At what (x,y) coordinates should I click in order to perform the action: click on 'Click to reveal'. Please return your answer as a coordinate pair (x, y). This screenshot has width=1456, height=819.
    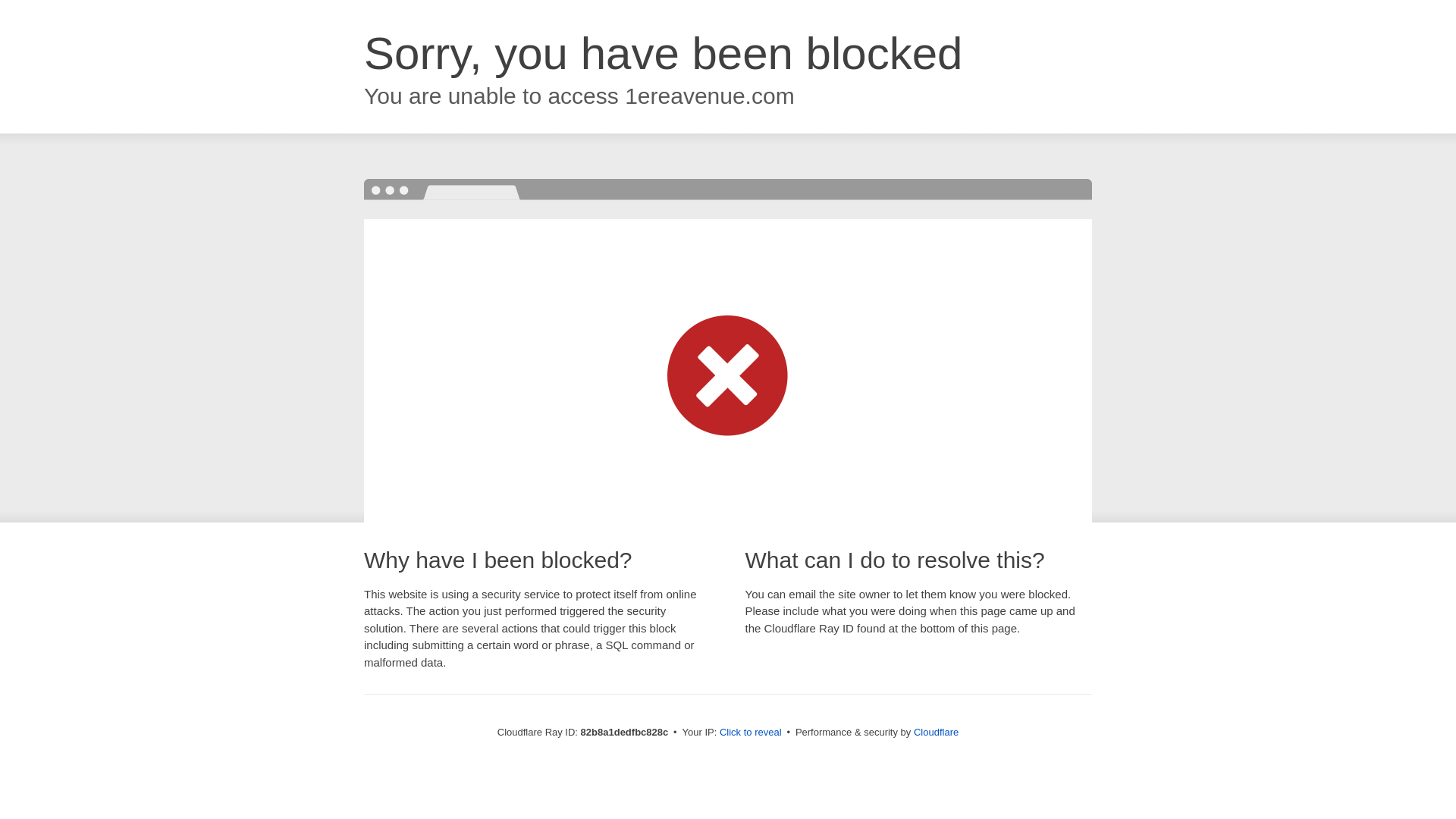
    Looking at the image, I should click on (750, 731).